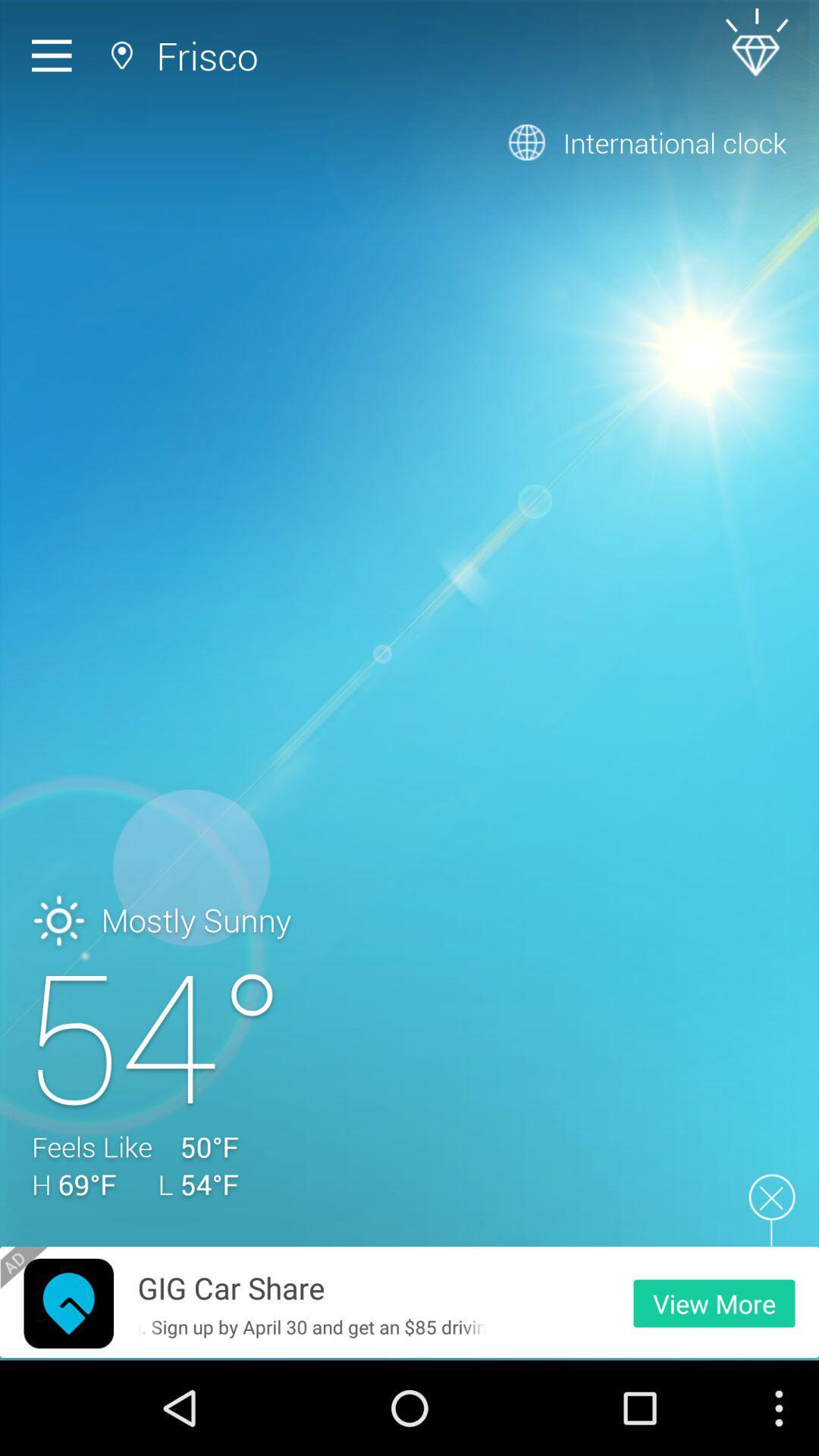 The width and height of the screenshot is (819, 1456). I want to click on the close icon, so click(772, 1294).